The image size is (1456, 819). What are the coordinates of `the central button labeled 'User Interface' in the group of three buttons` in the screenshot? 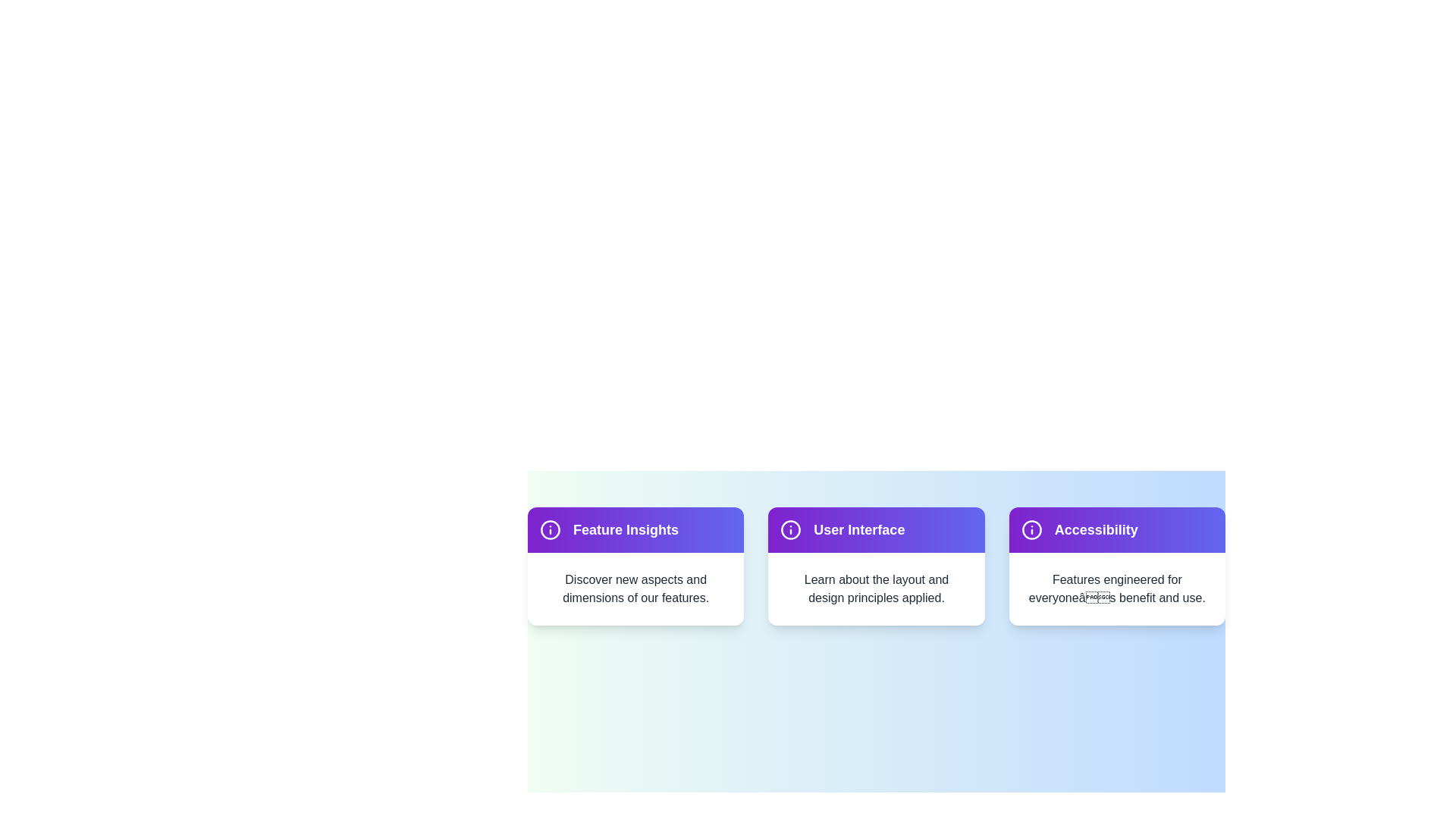 It's located at (877, 529).